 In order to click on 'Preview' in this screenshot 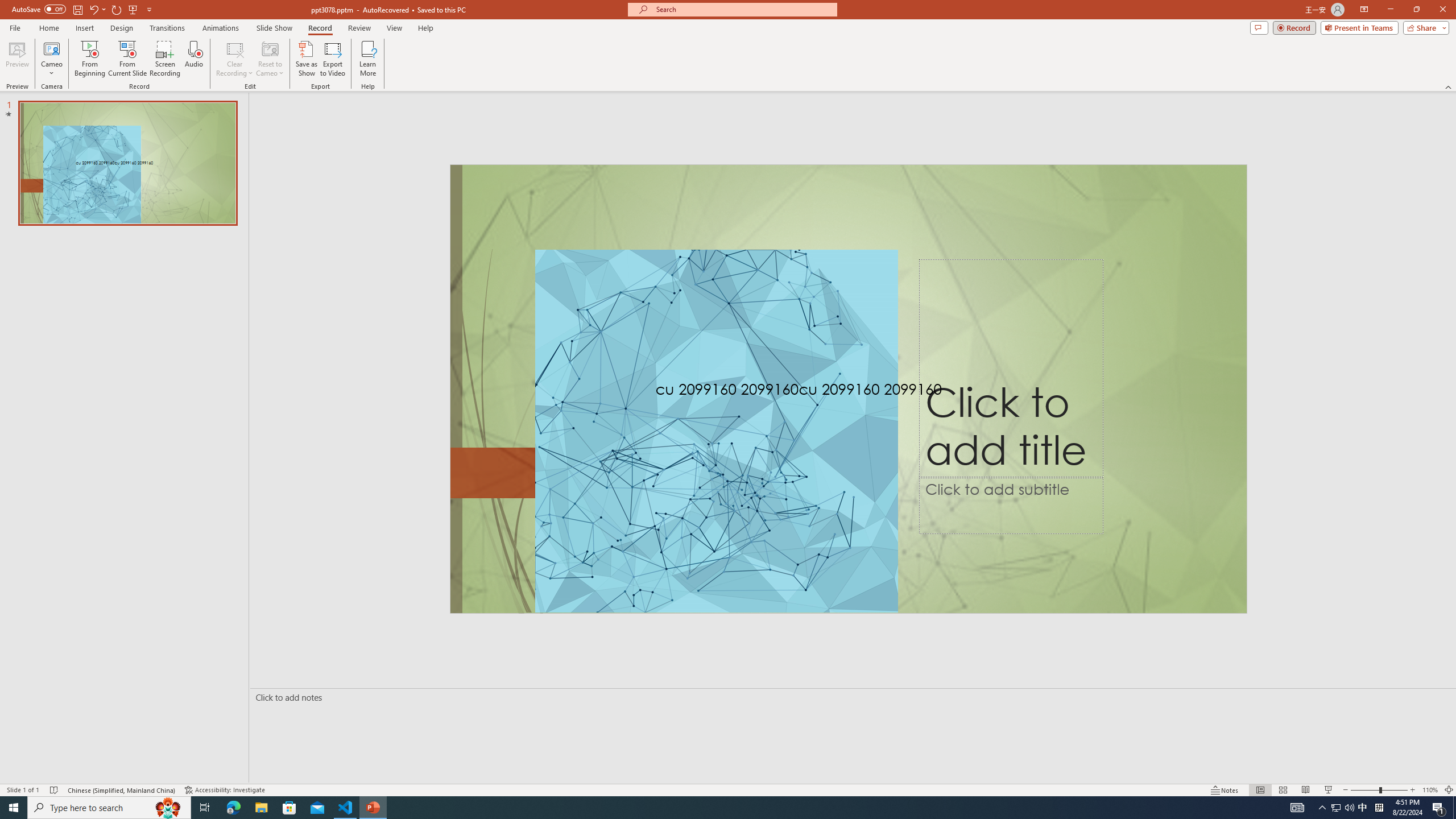, I will do `click(16, 59)`.